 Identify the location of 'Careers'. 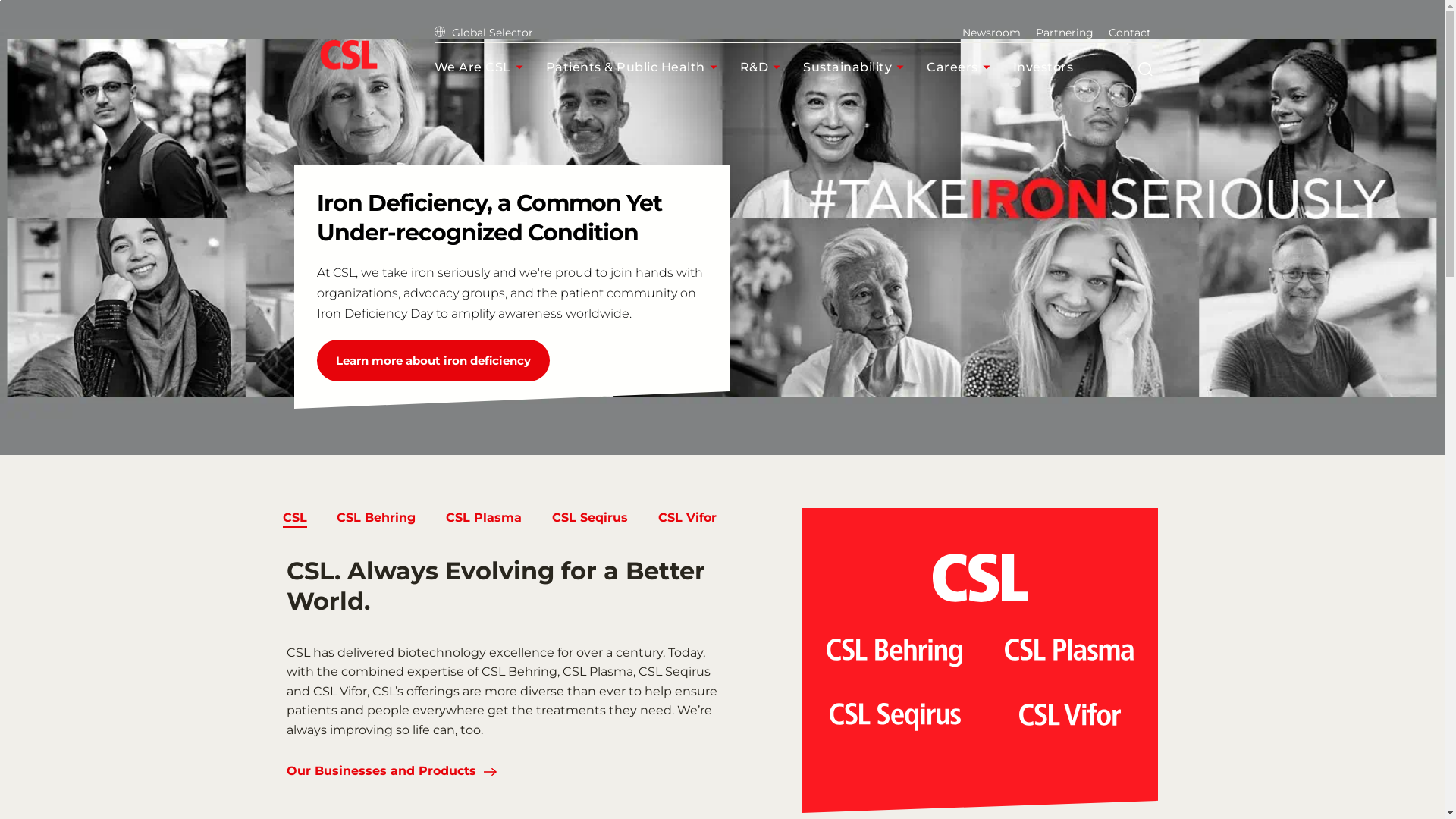
(926, 66).